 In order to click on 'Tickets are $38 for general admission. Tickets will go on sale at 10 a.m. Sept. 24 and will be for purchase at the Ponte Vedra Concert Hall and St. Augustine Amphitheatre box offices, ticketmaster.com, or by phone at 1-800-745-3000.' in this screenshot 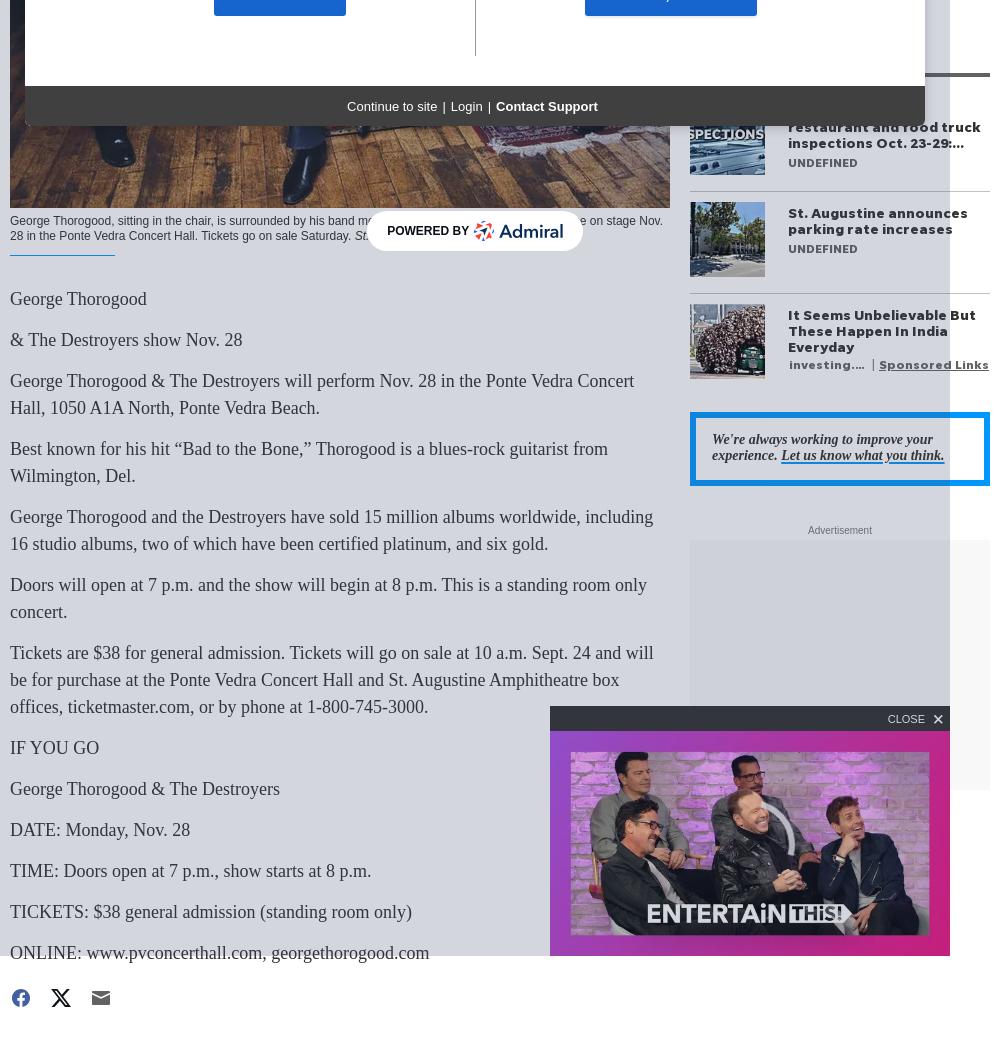, I will do `click(330, 678)`.